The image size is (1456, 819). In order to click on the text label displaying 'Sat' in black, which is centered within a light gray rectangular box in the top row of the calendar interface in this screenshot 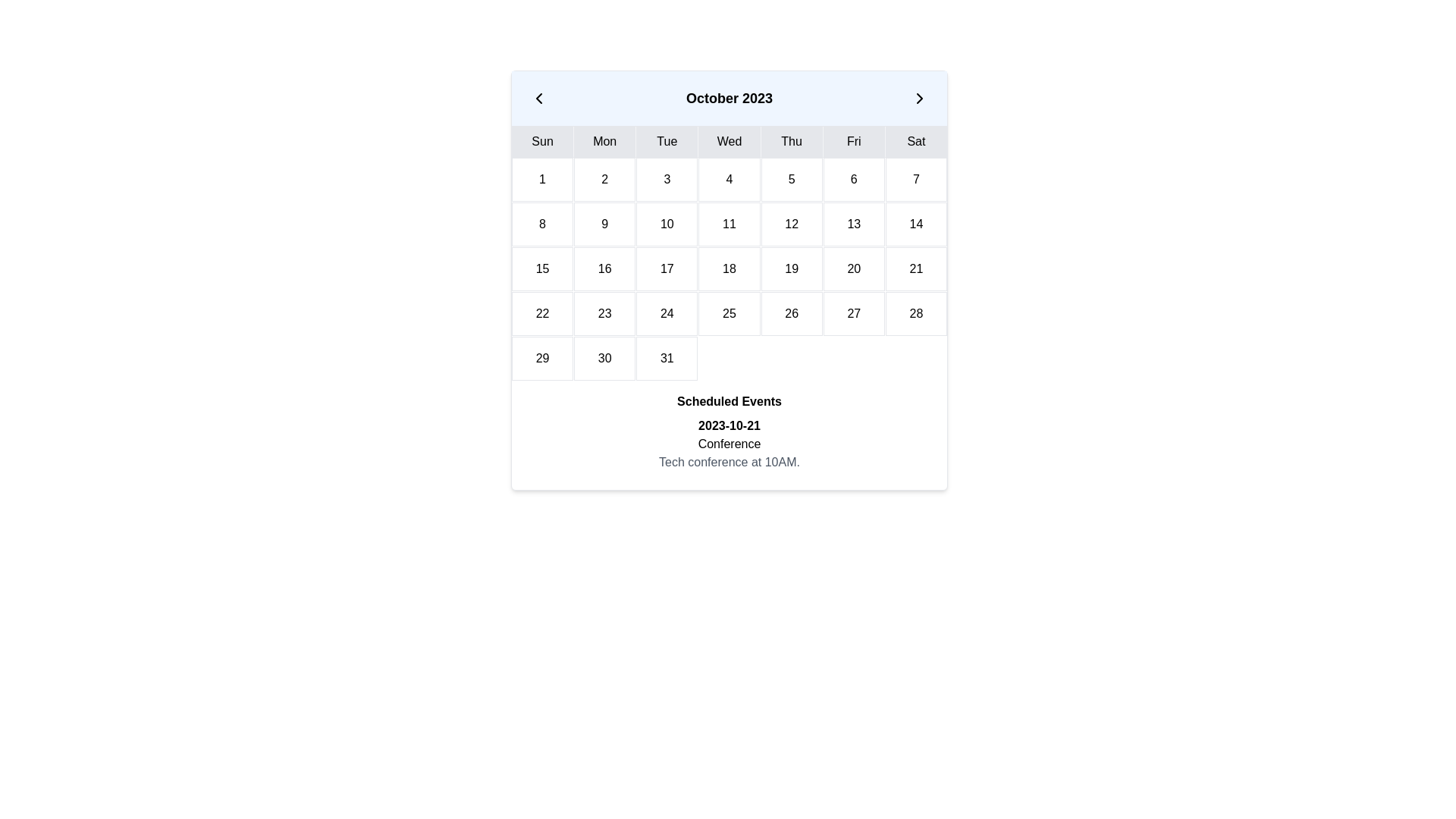, I will do `click(915, 141)`.